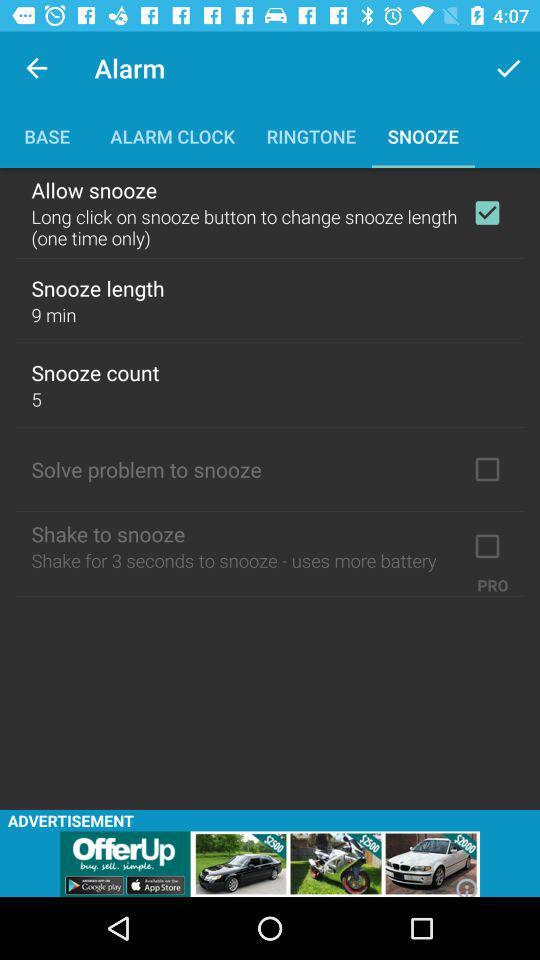 This screenshot has width=540, height=960. Describe the element at coordinates (486, 546) in the screenshot. I see `check box` at that location.